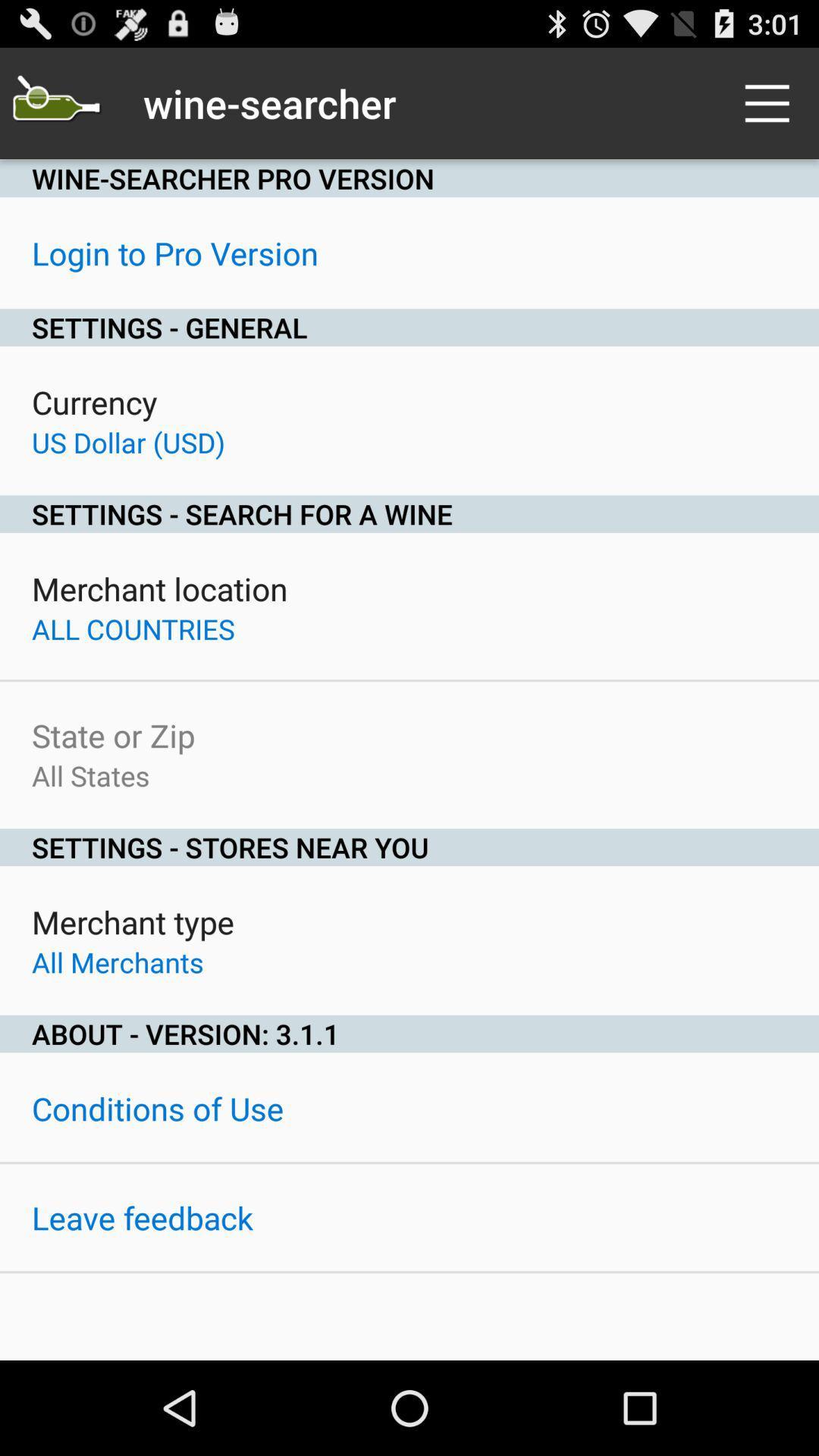 This screenshot has height=1456, width=819. What do you see at coordinates (112, 735) in the screenshot?
I see `the state or zip` at bounding box center [112, 735].